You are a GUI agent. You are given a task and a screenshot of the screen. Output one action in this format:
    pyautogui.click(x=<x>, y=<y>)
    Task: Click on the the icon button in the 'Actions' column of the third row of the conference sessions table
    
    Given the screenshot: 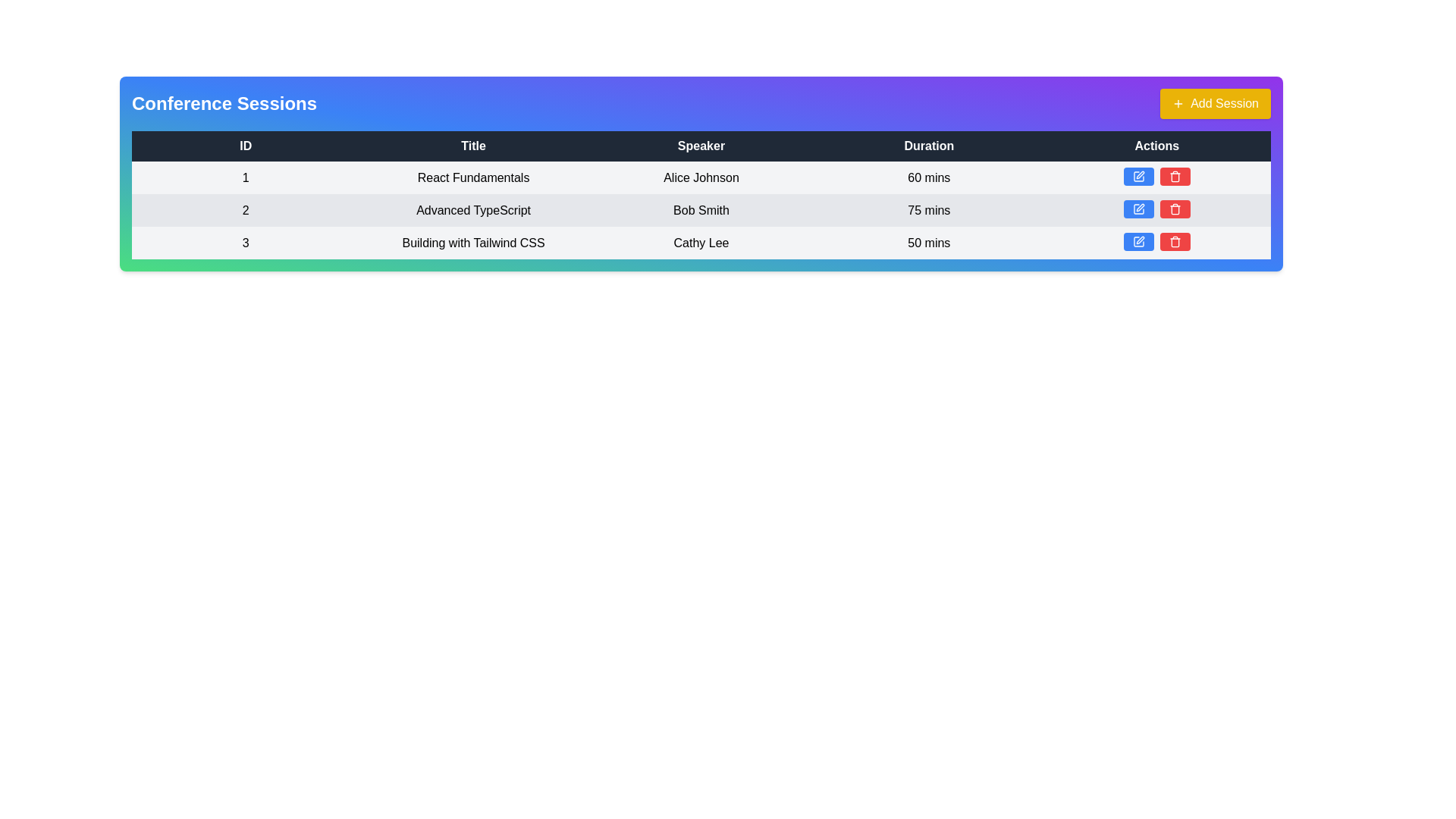 What is the action you would take?
    pyautogui.click(x=1140, y=239)
    